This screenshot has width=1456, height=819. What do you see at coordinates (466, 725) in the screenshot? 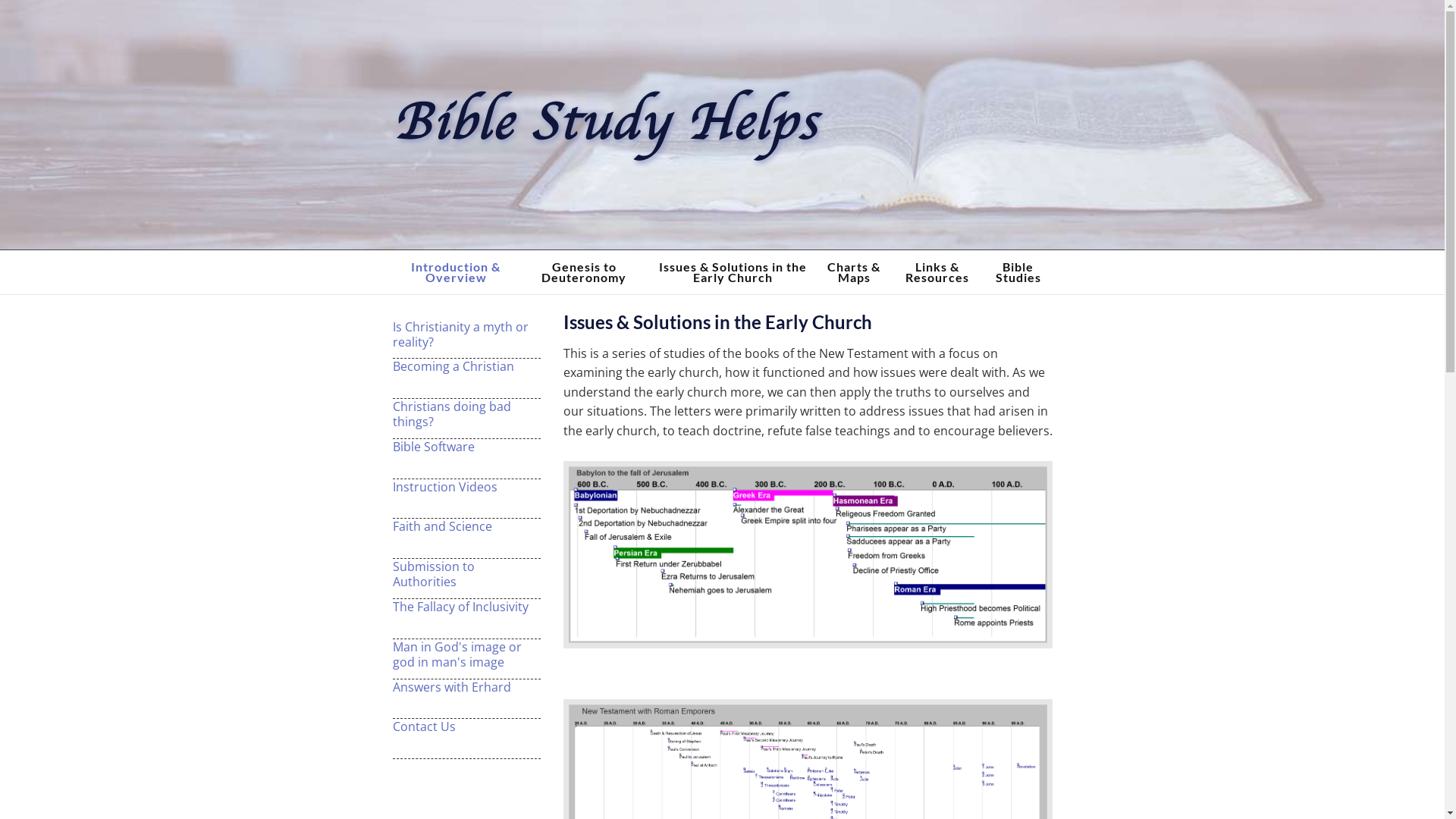
I see `'Contact Us'` at bounding box center [466, 725].